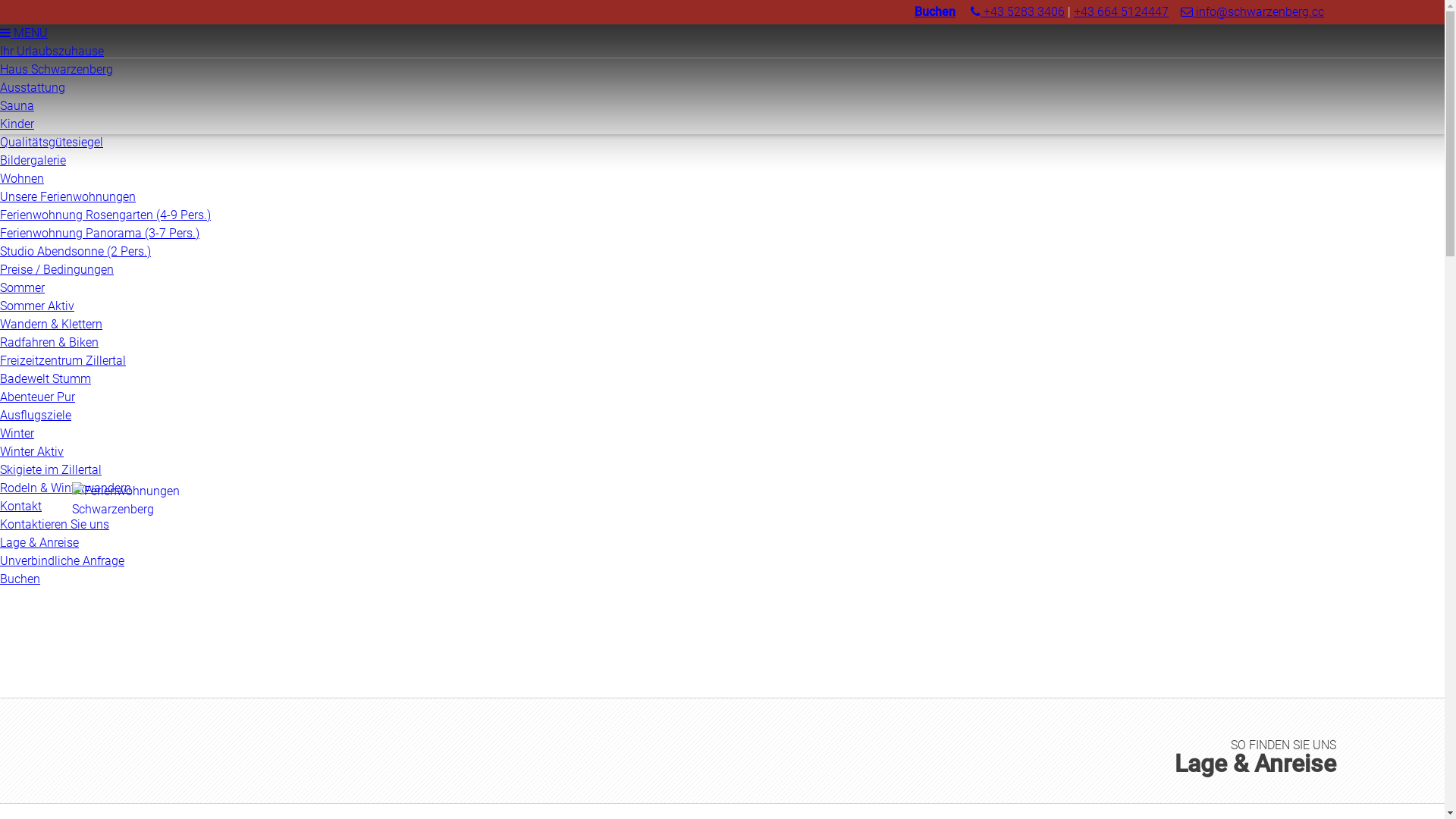 The image size is (1456, 819). I want to click on 'Buchen', so click(20, 579).